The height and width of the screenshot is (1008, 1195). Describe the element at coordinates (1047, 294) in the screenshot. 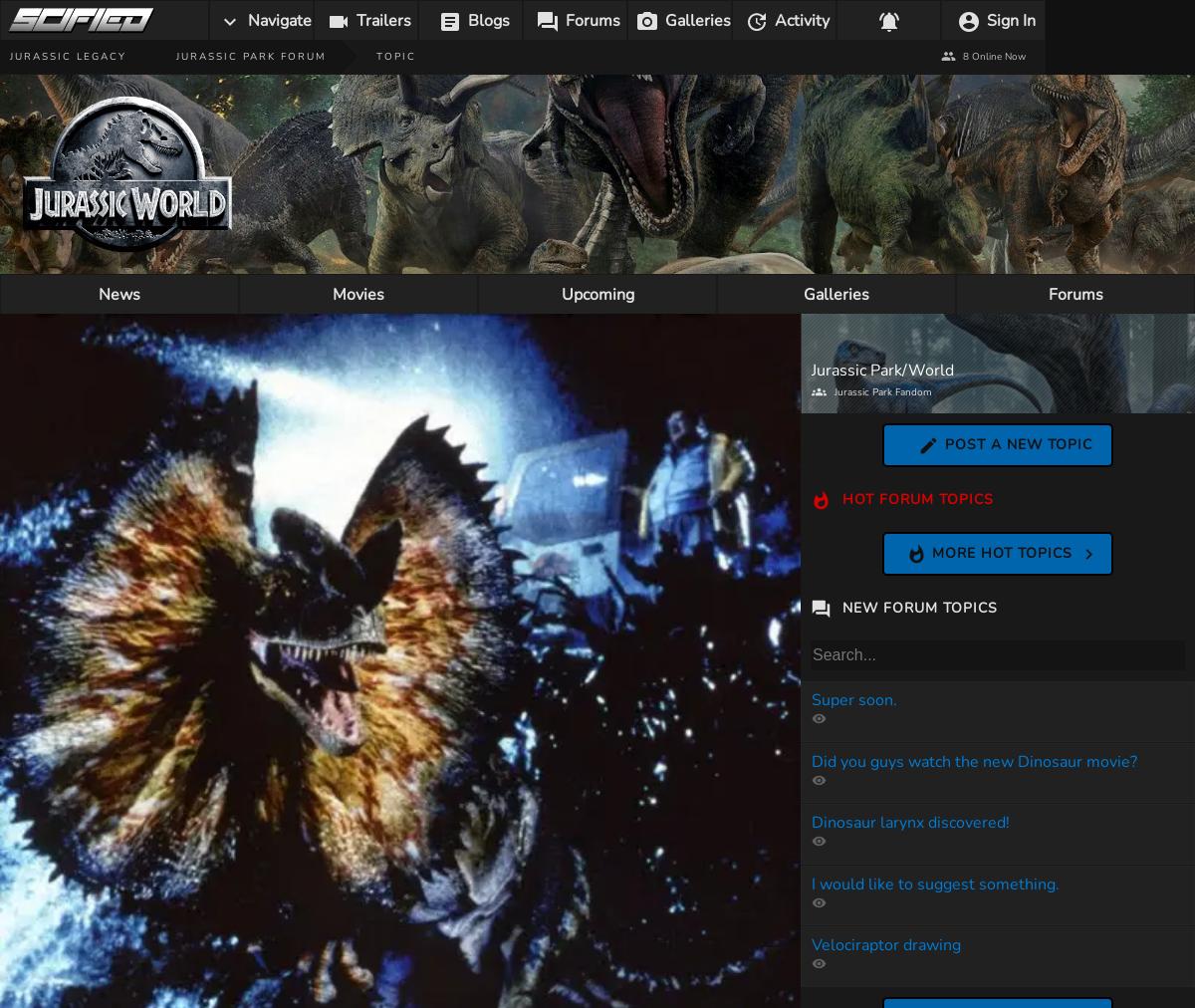

I see `'Forums'` at that location.